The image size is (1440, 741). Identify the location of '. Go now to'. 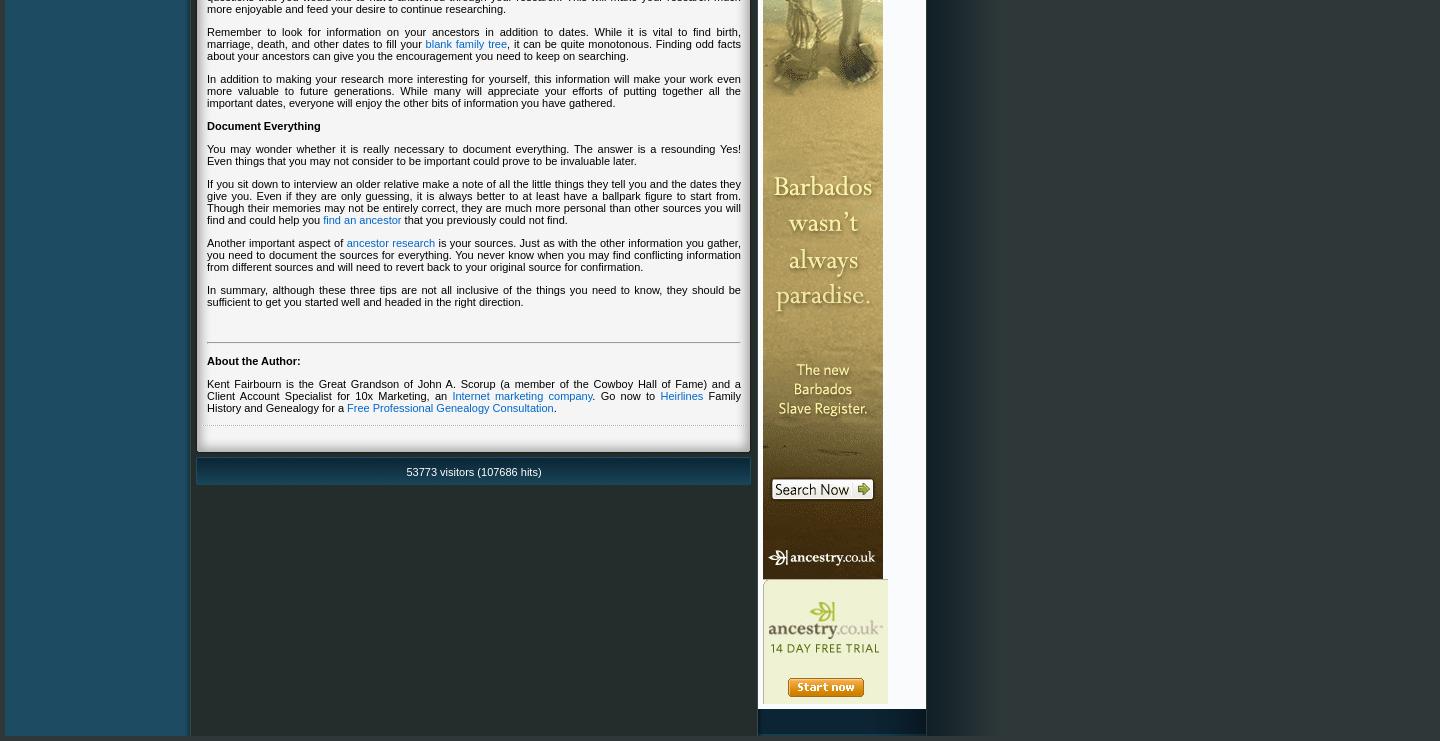
(624, 395).